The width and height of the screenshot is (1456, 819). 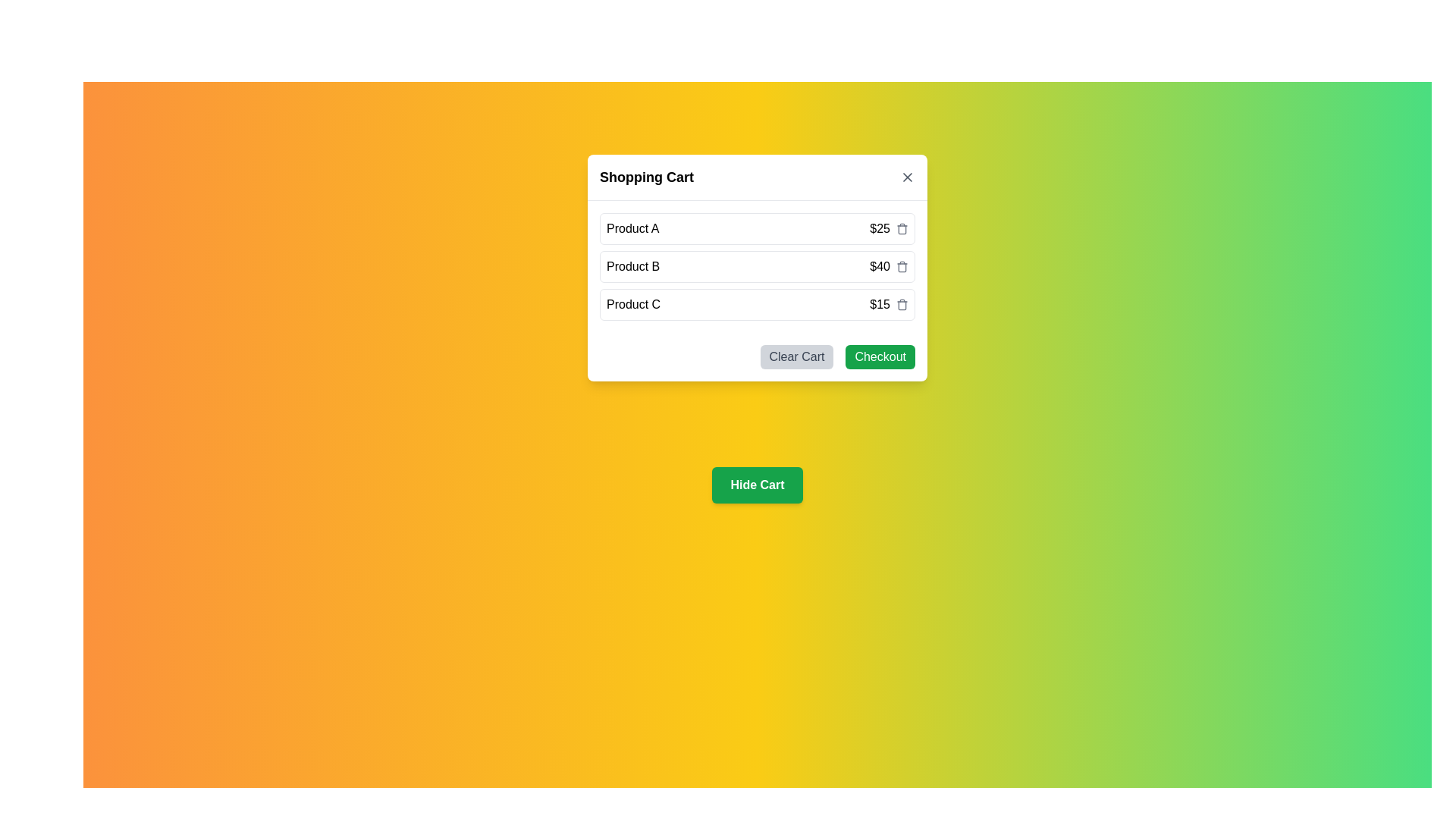 What do you see at coordinates (880, 356) in the screenshot?
I see `the 'Checkout' button located at the bottom-right corner of the shopping cart modal to proceed to checkout` at bounding box center [880, 356].